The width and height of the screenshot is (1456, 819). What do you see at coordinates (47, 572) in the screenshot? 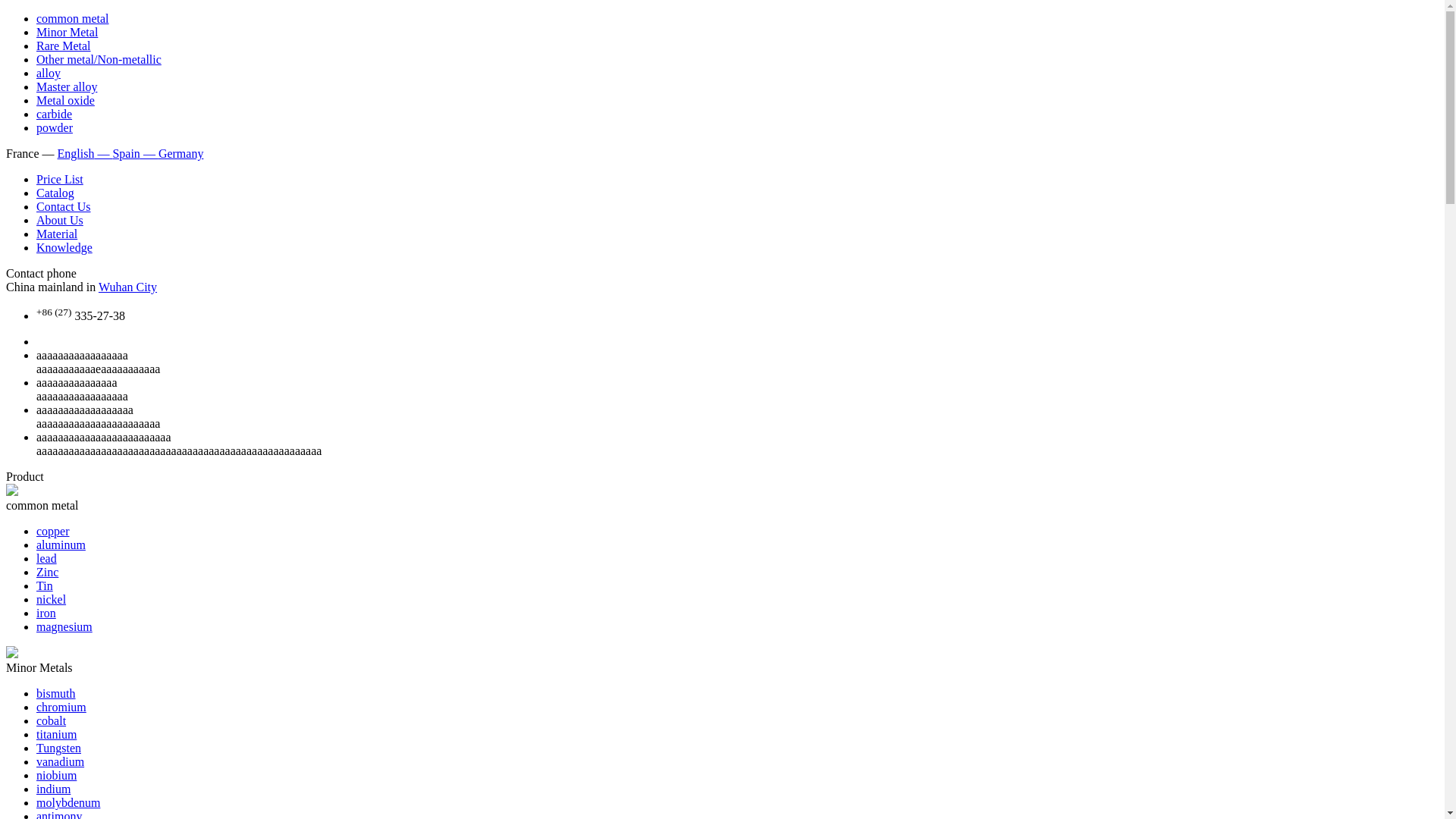
I see `'Zinc'` at bounding box center [47, 572].